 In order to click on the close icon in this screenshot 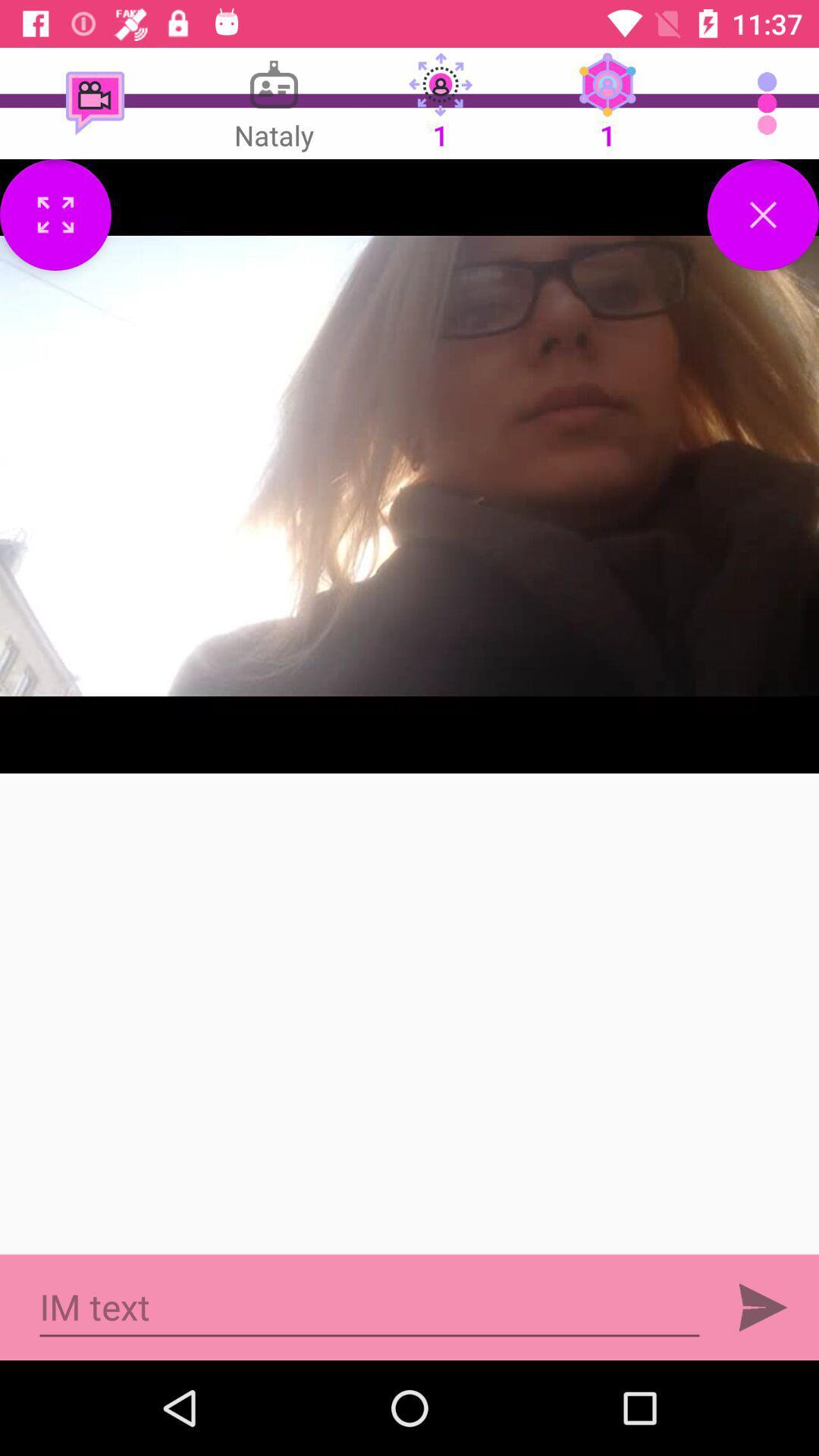, I will do `click(763, 214)`.